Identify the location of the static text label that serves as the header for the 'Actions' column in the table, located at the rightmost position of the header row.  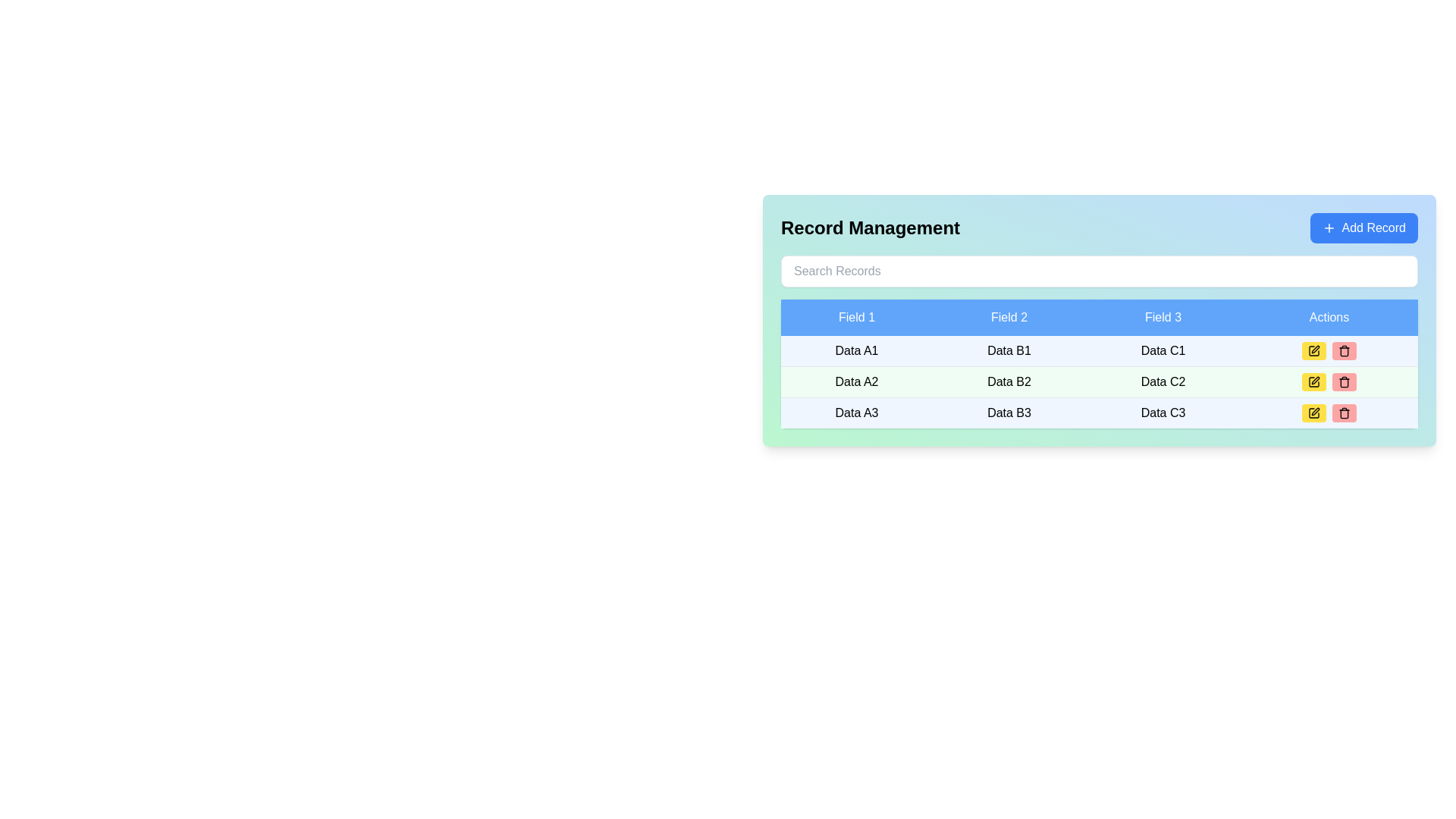
(1328, 317).